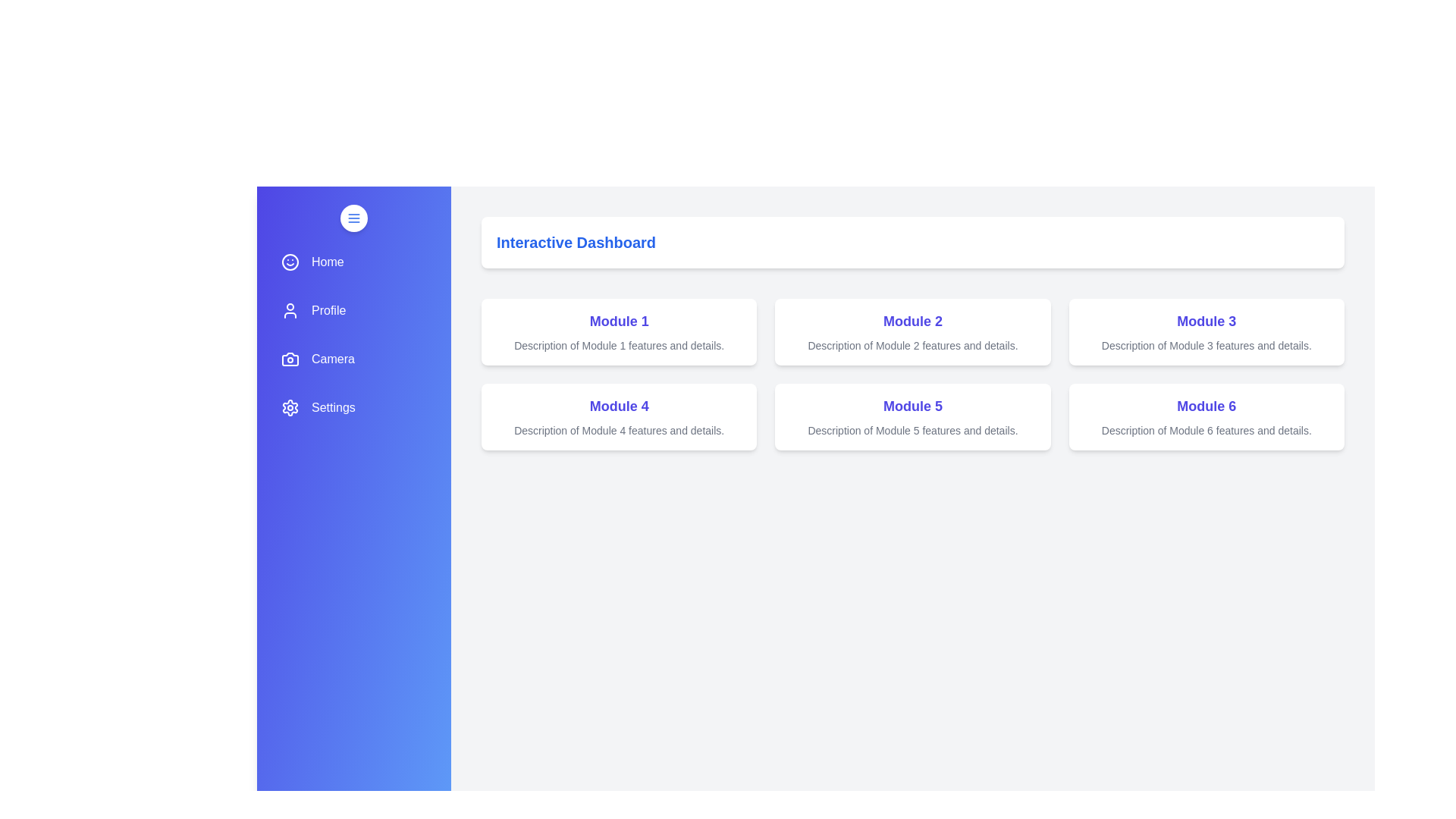 The width and height of the screenshot is (1456, 819). Describe the element at coordinates (353, 218) in the screenshot. I see `the circular button with a white background and a blue menu icon` at that location.